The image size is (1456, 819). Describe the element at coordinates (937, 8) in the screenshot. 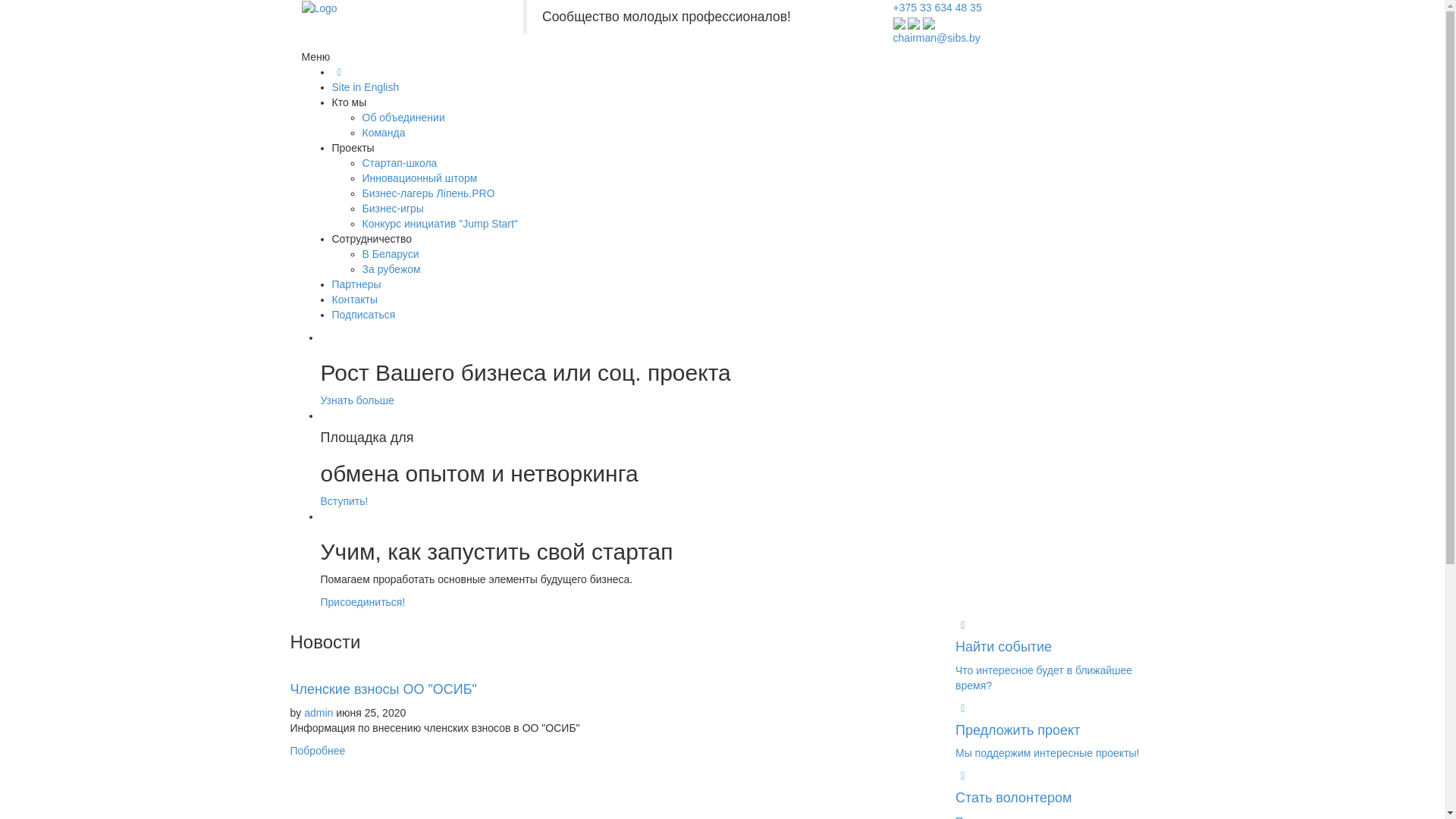

I see `'+375 33 634 48 35'` at that location.